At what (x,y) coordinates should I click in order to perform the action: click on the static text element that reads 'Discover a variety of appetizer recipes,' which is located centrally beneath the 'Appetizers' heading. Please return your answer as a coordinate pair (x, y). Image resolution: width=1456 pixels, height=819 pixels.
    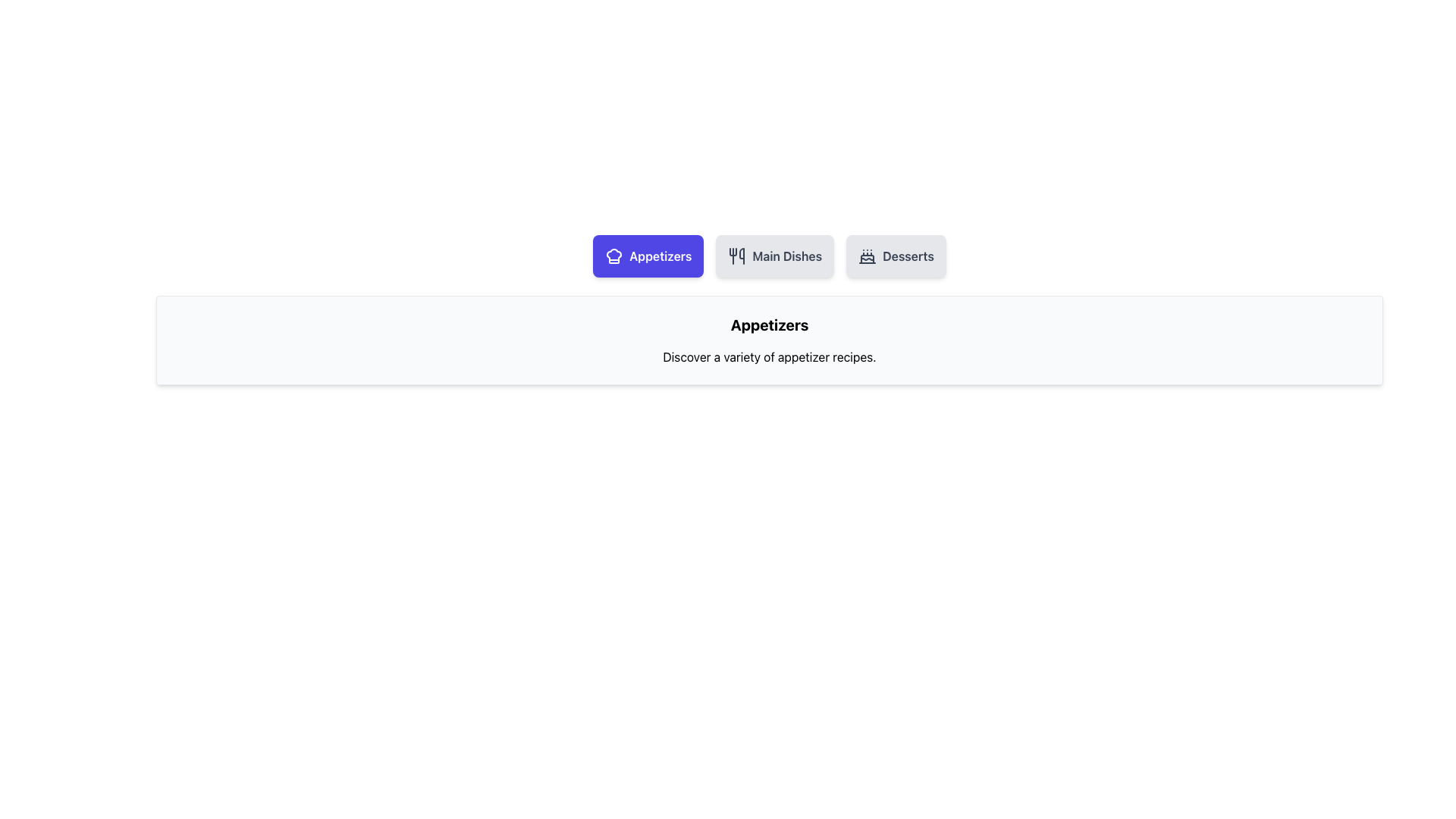
    Looking at the image, I should click on (769, 356).